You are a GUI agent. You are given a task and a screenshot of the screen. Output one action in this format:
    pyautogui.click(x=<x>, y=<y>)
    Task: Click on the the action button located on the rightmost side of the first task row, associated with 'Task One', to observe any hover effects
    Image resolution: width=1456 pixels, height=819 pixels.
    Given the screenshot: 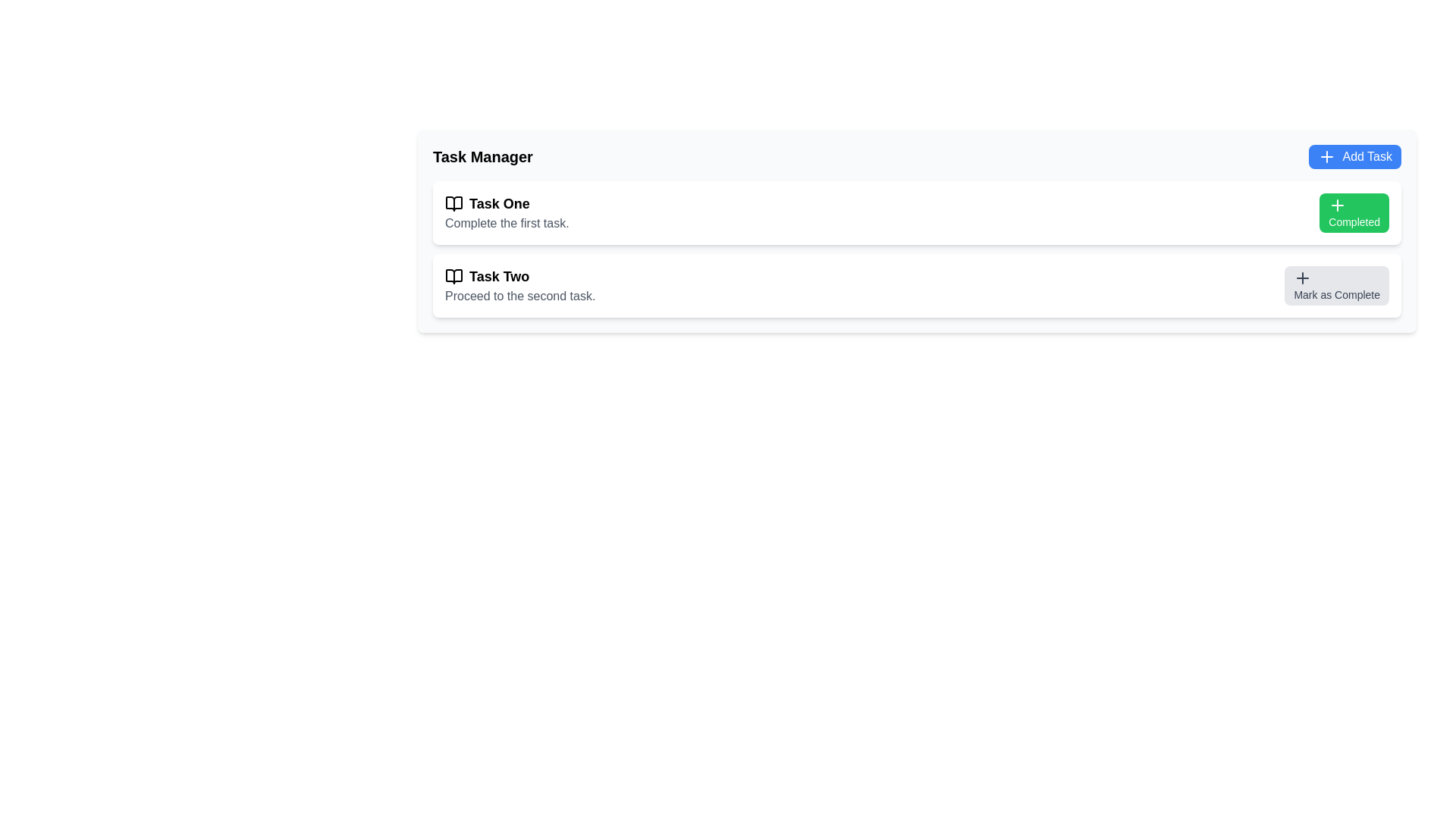 What is the action you would take?
    pyautogui.click(x=1354, y=213)
    